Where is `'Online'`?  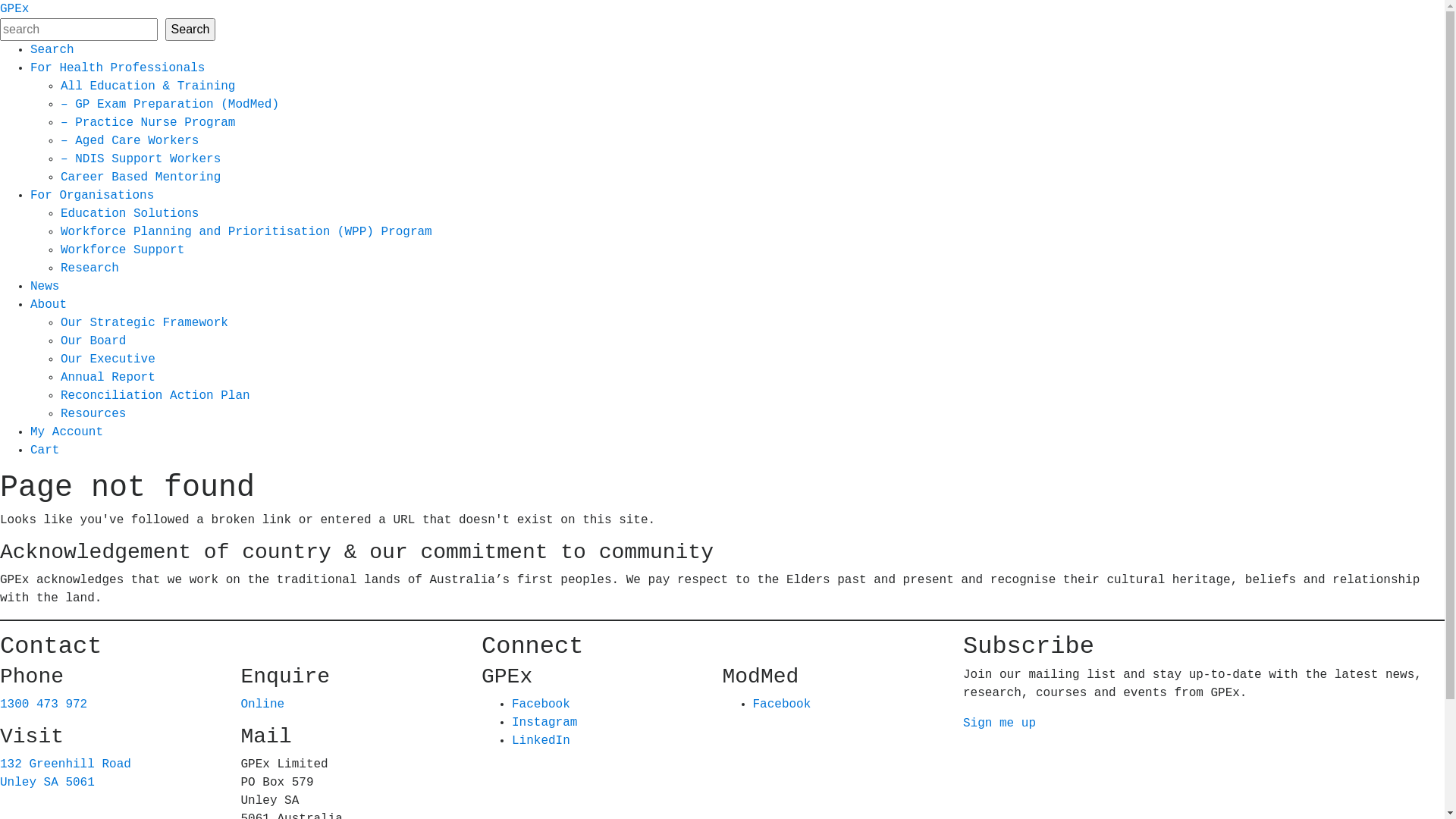 'Online' is located at coordinates (240, 704).